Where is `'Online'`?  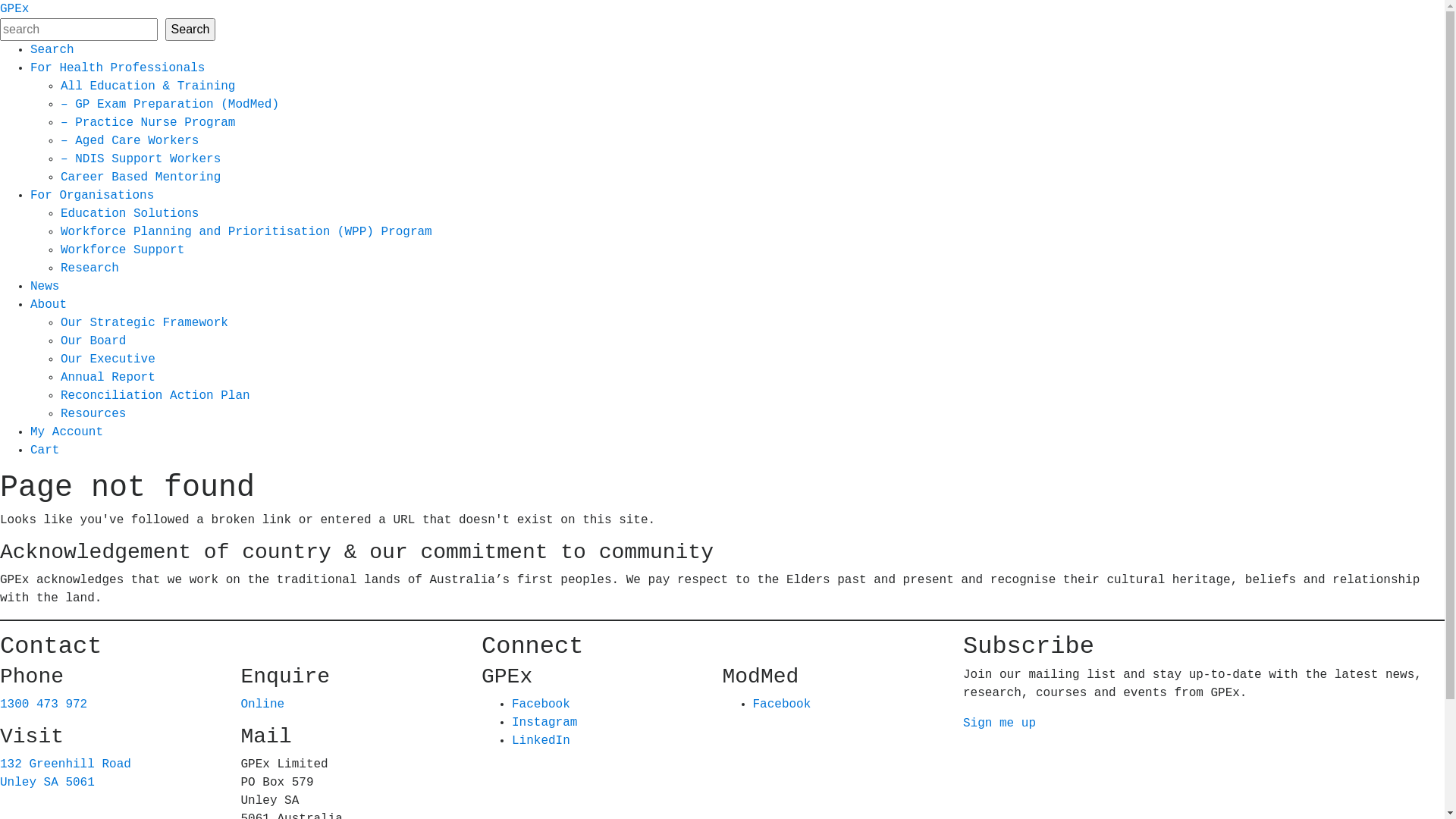 'Online' is located at coordinates (240, 704).